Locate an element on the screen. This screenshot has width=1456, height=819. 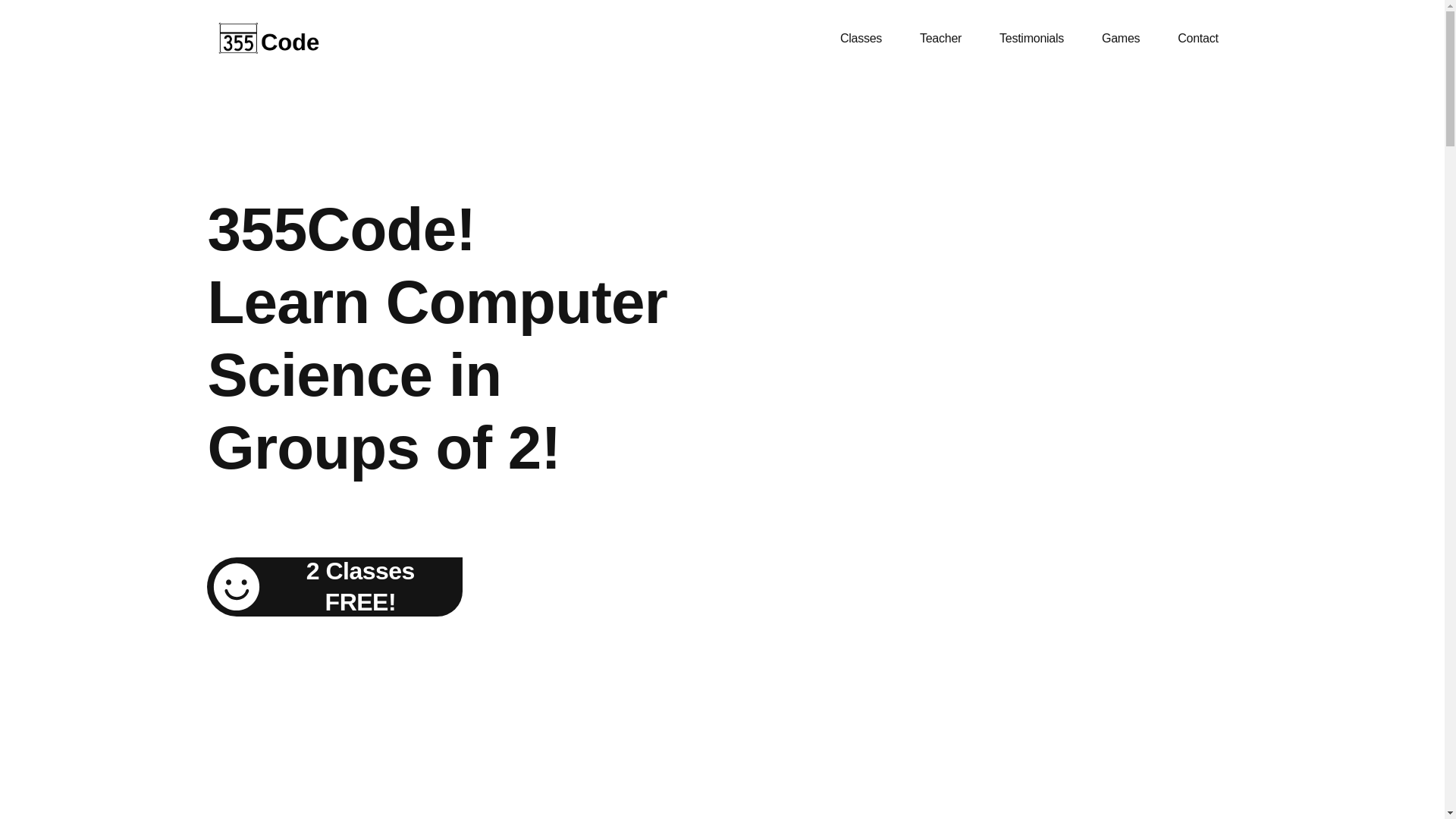
'Classes' is located at coordinates (861, 37).